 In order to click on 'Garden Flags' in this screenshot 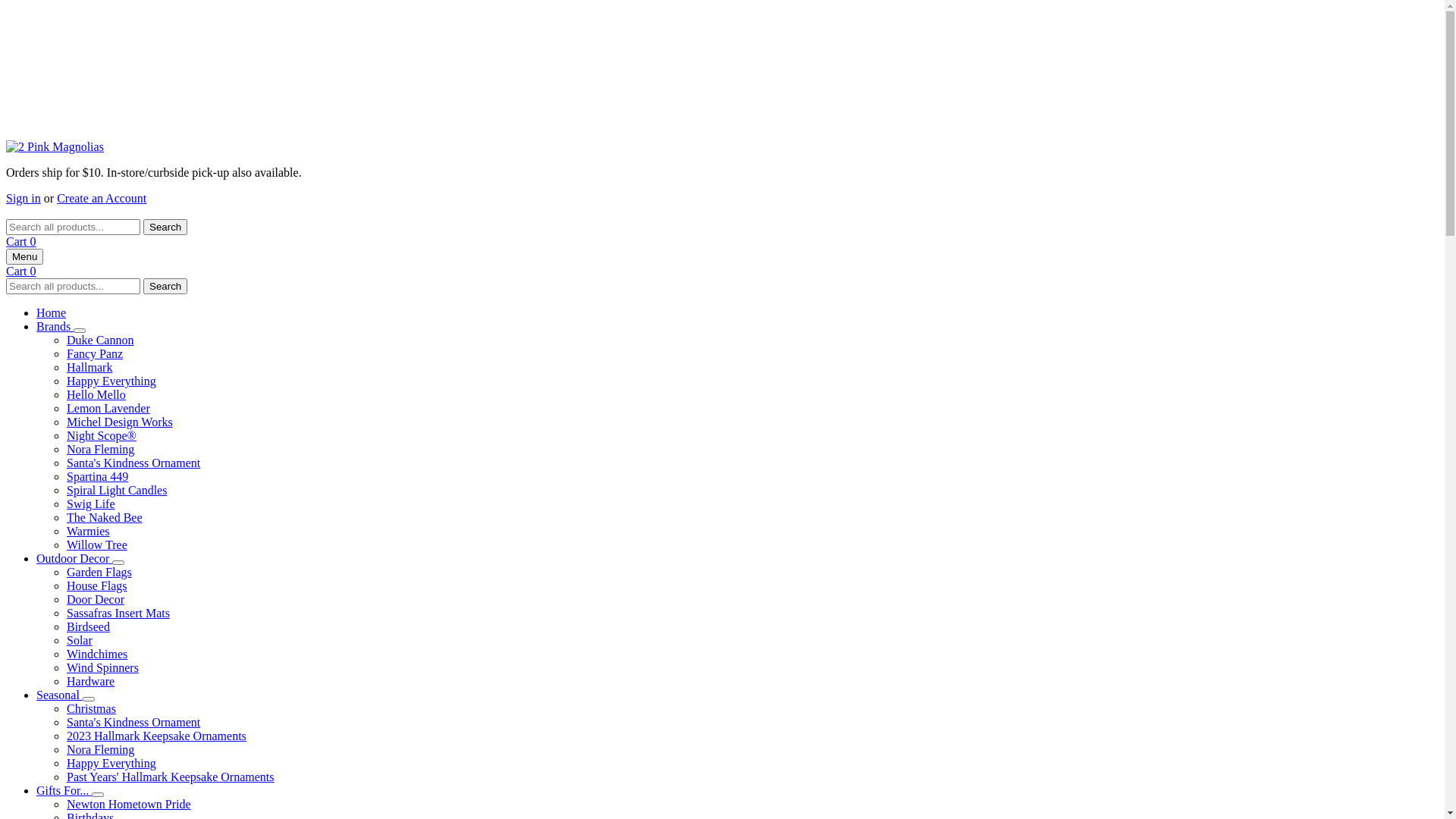, I will do `click(98, 572)`.